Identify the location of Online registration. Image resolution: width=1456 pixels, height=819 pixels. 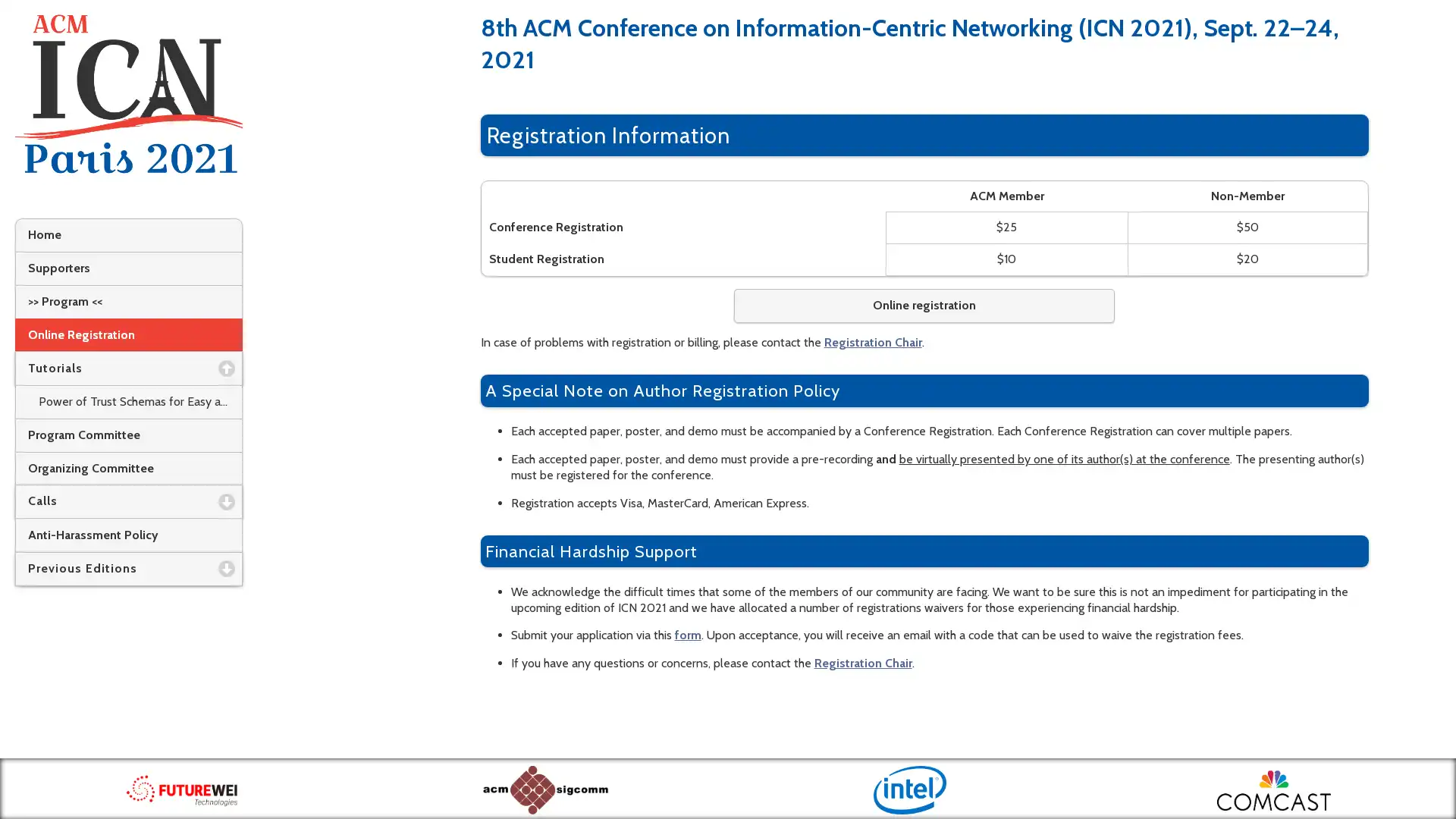
(923, 306).